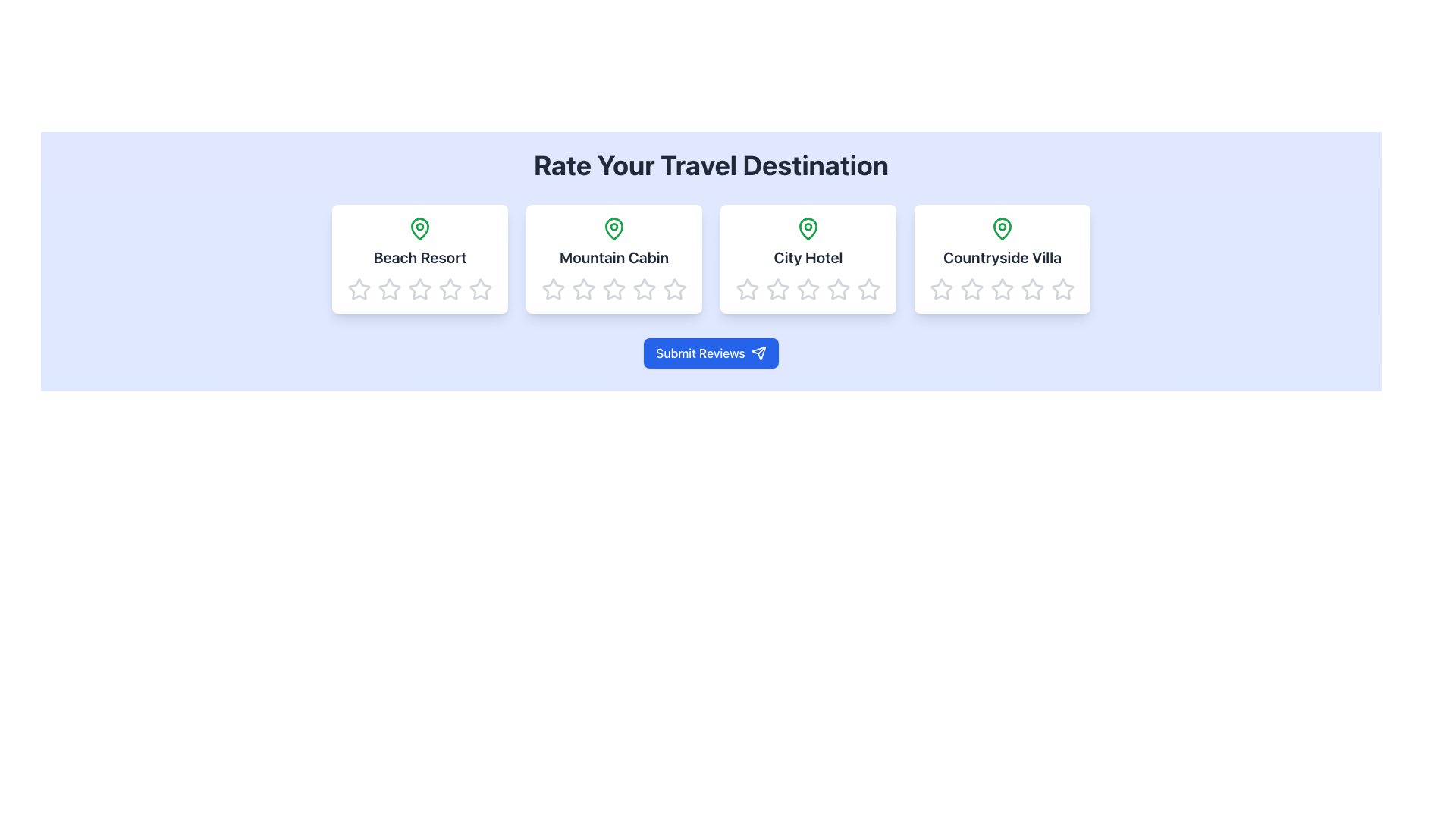 The image size is (1456, 819). I want to click on the first star icon in the rating system under the 'Beach Resort' label, so click(389, 289).